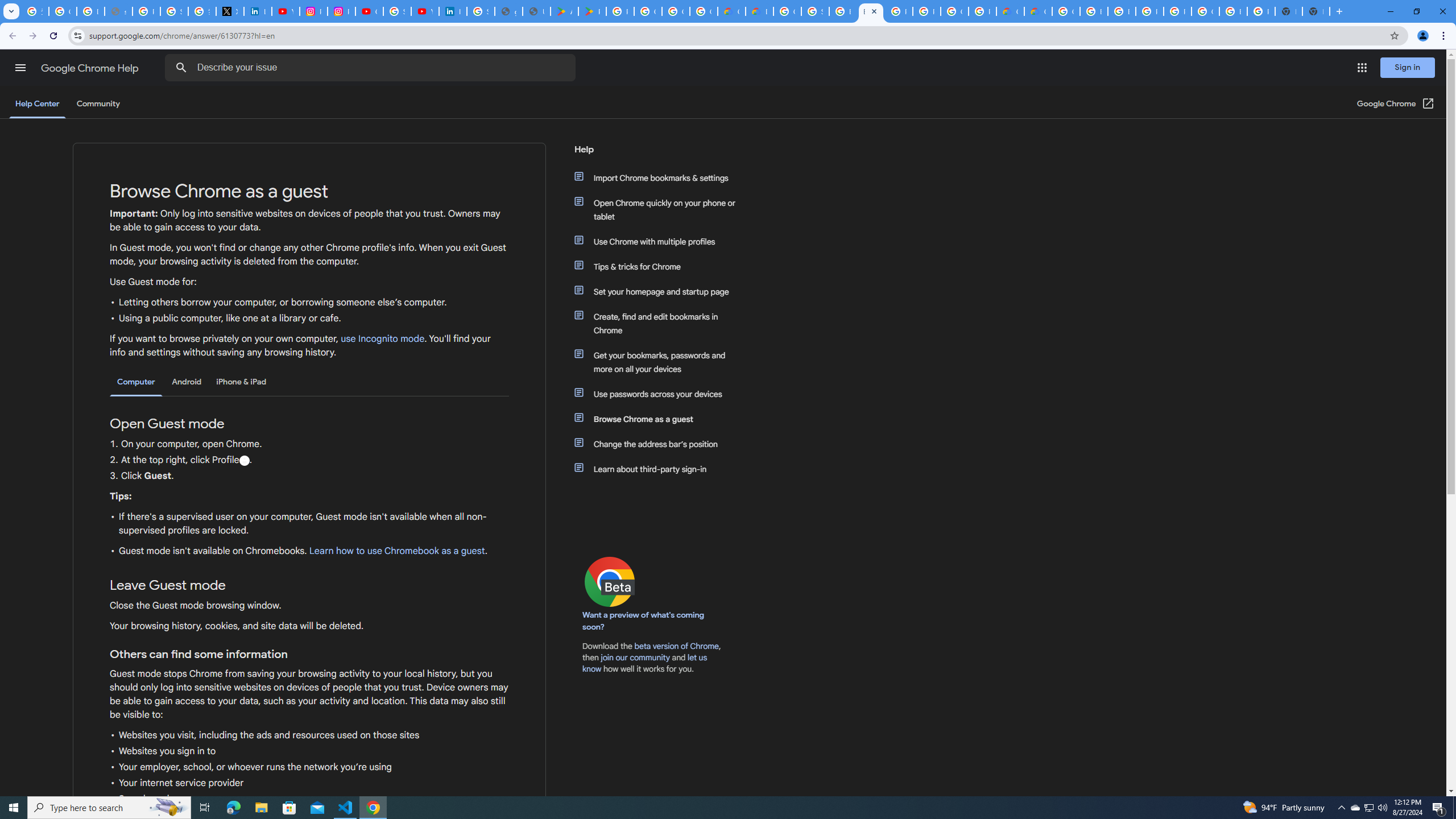 The width and height of the screenshot is (1456, 819). I want to click on 'PAW Patrol Rescue World - Apps on Google Play', so click(591, 11).